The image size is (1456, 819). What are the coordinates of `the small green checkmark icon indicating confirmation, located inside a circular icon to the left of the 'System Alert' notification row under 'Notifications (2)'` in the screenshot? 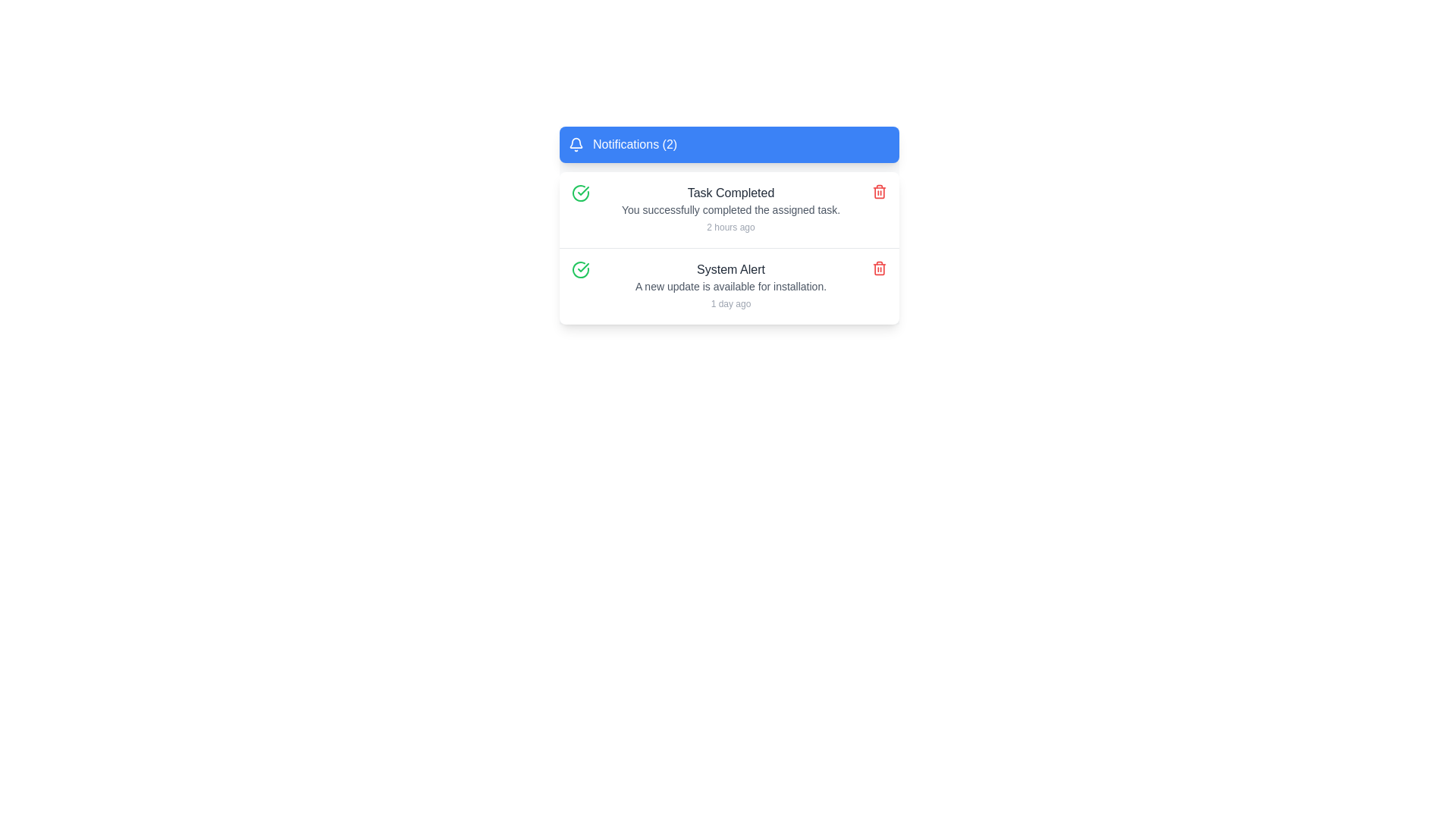 It's located at (582, 190).